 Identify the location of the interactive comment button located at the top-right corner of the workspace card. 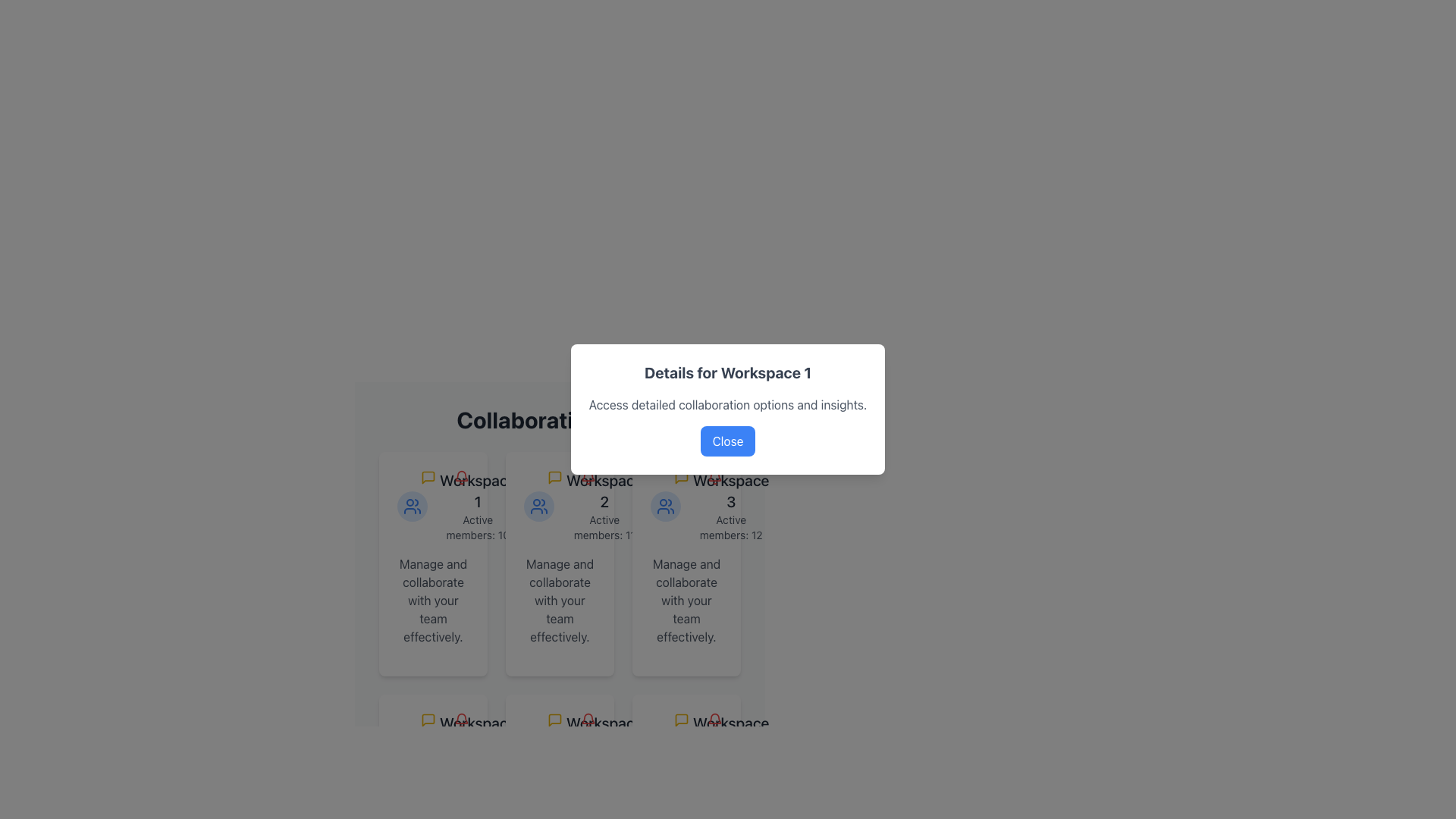
(428, 476).